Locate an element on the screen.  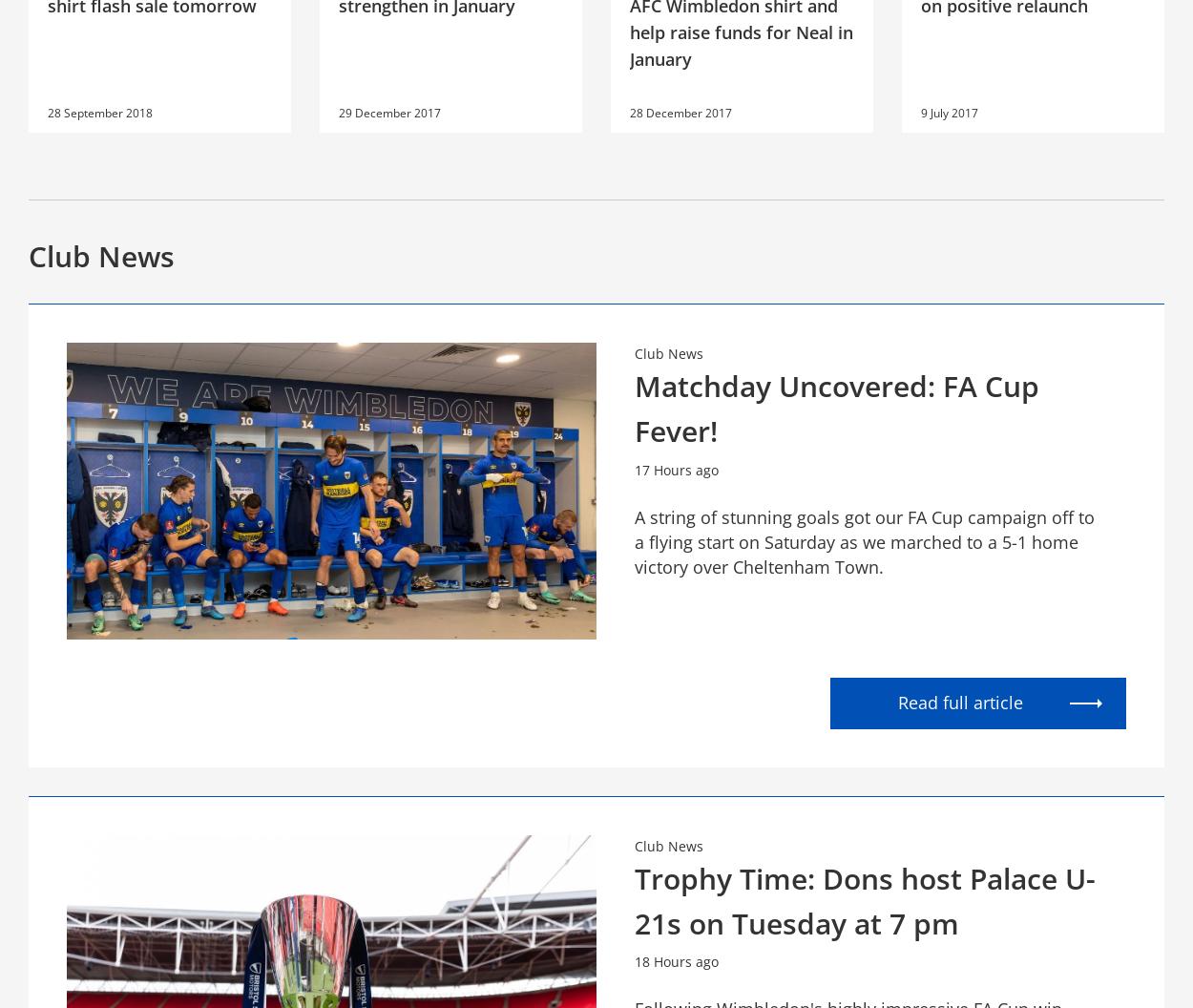
'28 December 2017' is located at coordinates (680, 111).